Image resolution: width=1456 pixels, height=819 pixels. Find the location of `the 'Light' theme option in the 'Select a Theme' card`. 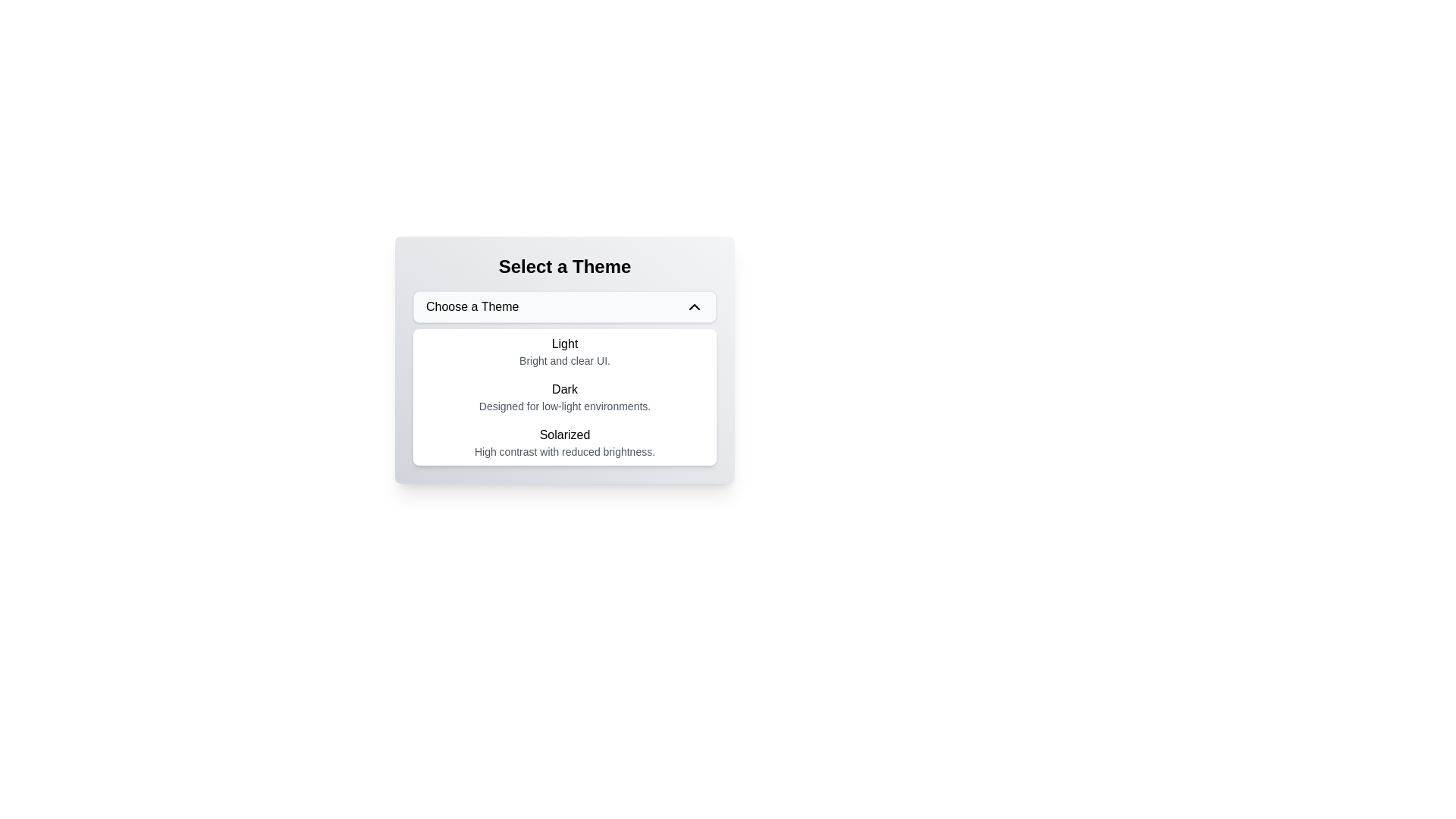

the 'Light' theme option in the 'Select a Theme' card is located at coordinates (563, 359).